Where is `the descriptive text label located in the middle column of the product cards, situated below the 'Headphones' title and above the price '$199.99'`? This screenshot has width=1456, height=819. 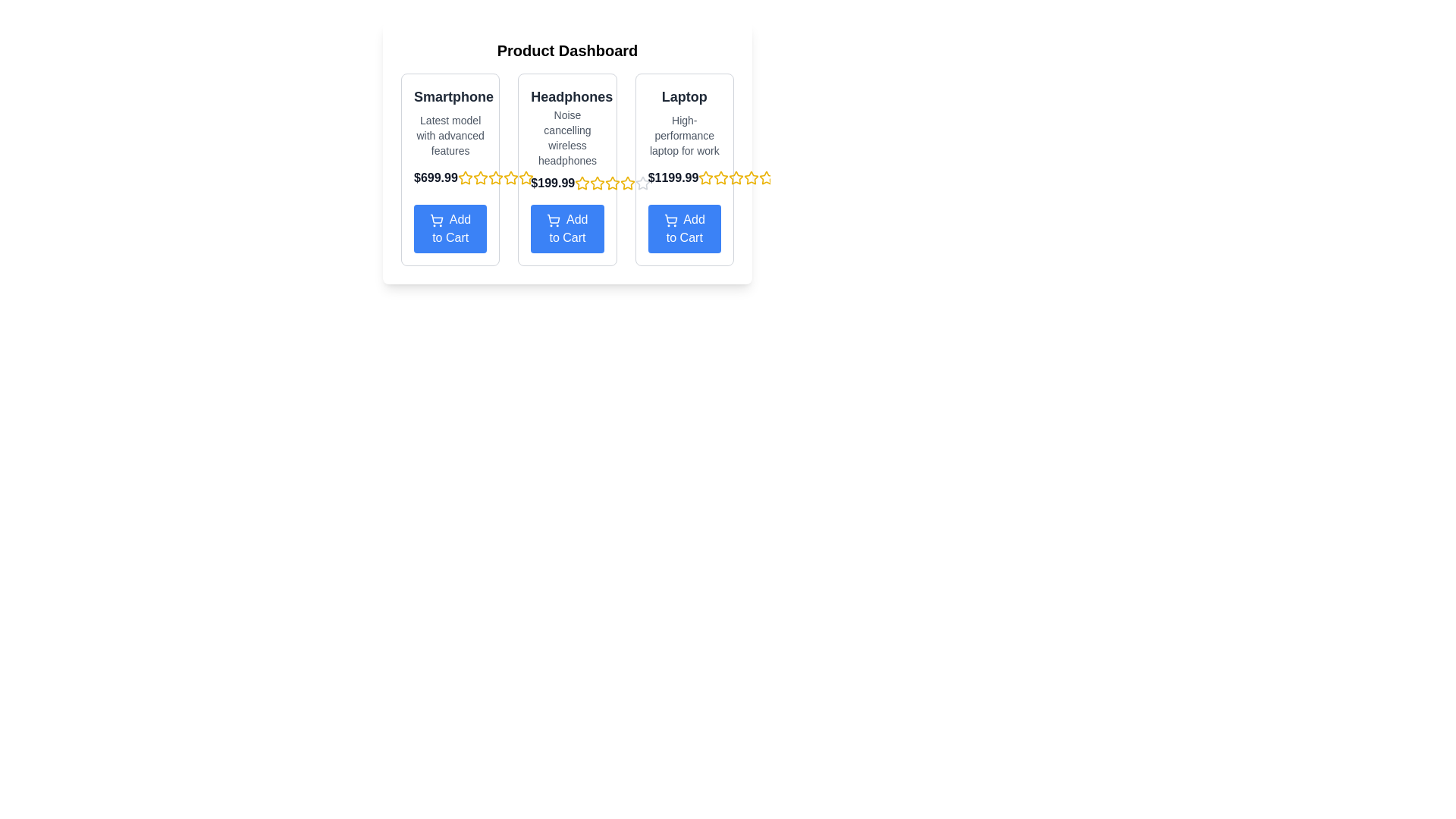
the descriptive text label located in the middle column of the product cards, situated below the 'Headphones' title and above the price '$199.99' is located at coordinates (566, 137).